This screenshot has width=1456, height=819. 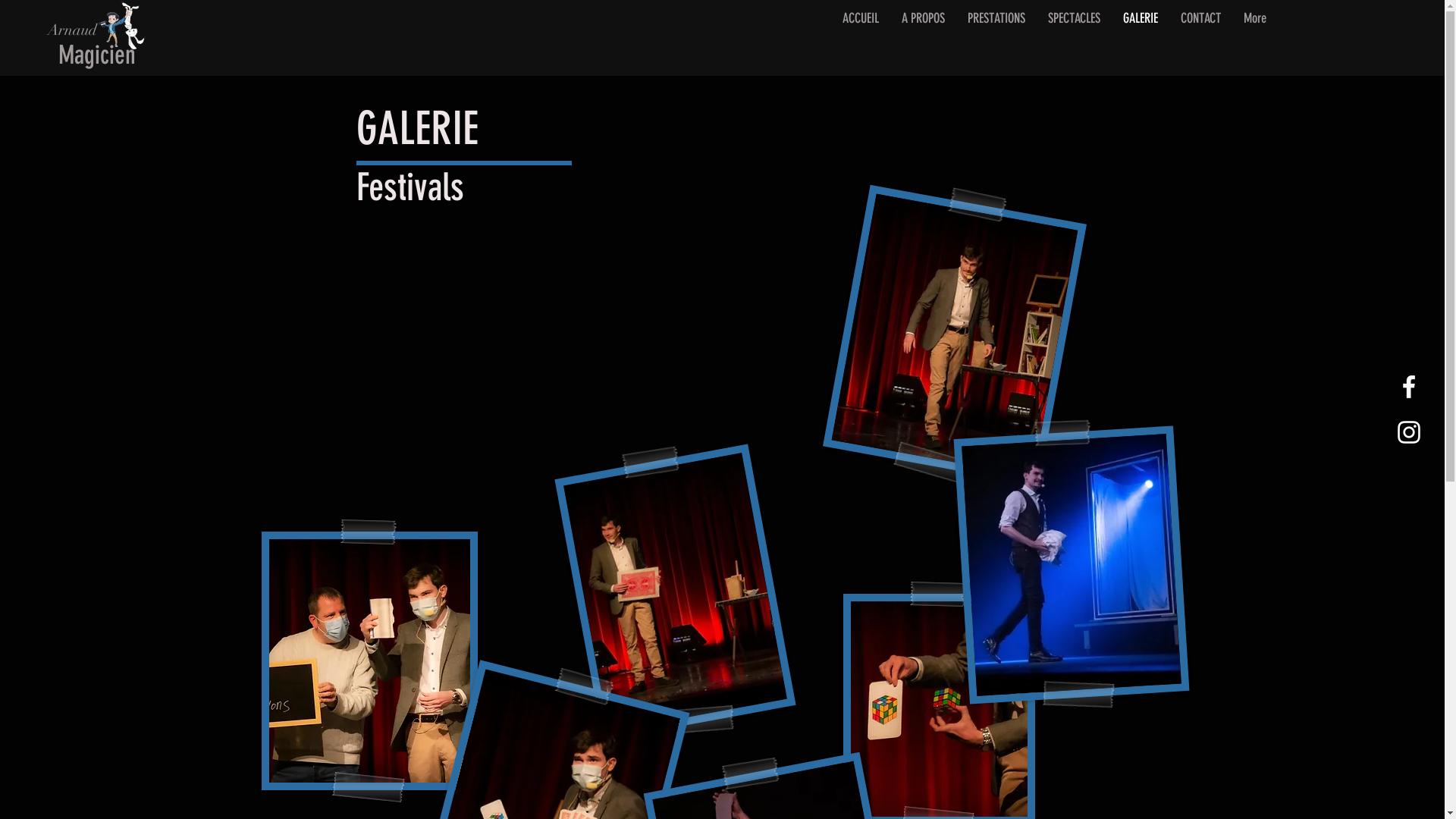 I want to click on 'GALERIE', so click(x=1140, y=39).